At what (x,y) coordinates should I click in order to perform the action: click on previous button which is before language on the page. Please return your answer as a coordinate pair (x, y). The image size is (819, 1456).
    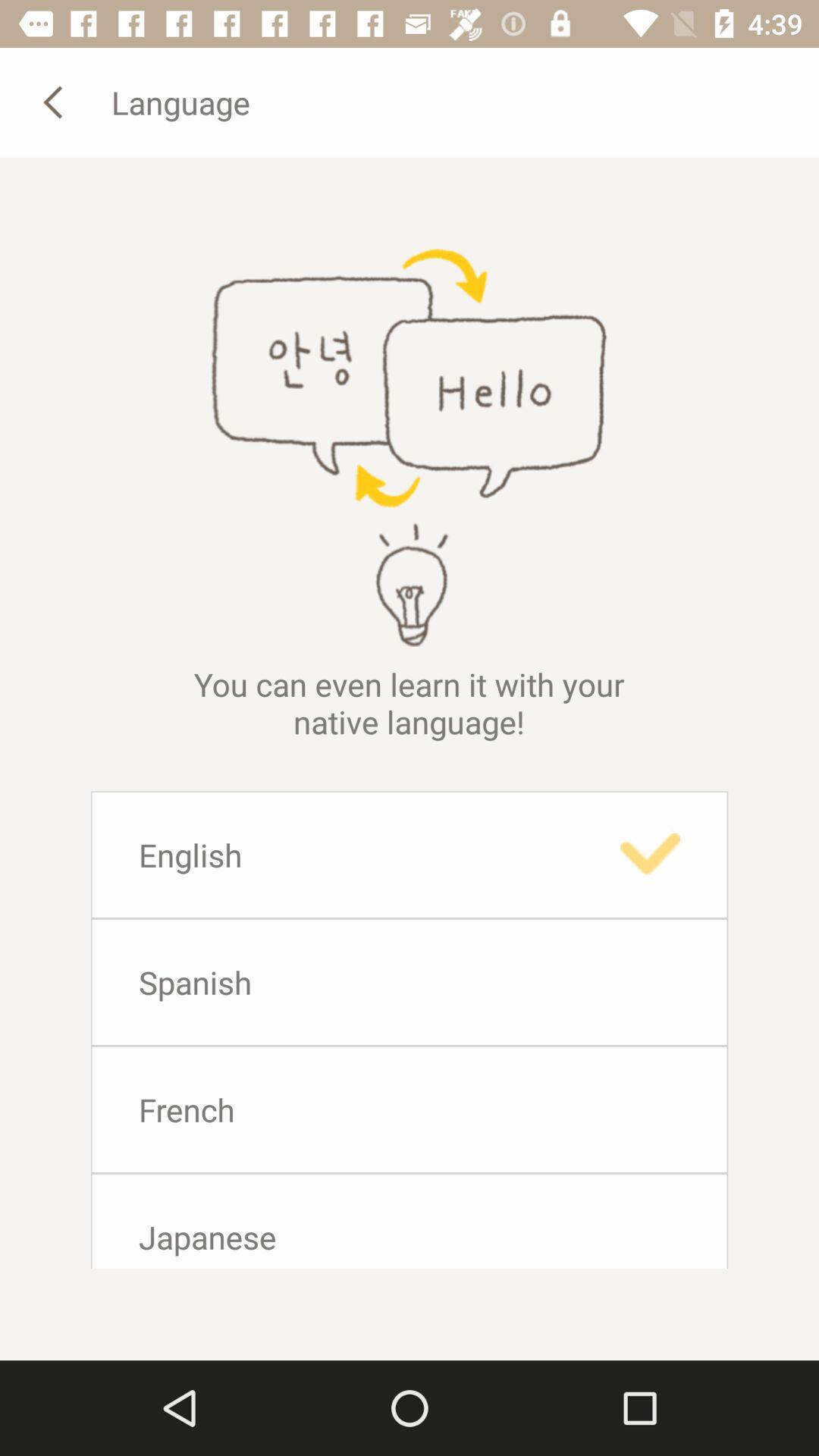
    Looking at the image, I should click on (55, 102).